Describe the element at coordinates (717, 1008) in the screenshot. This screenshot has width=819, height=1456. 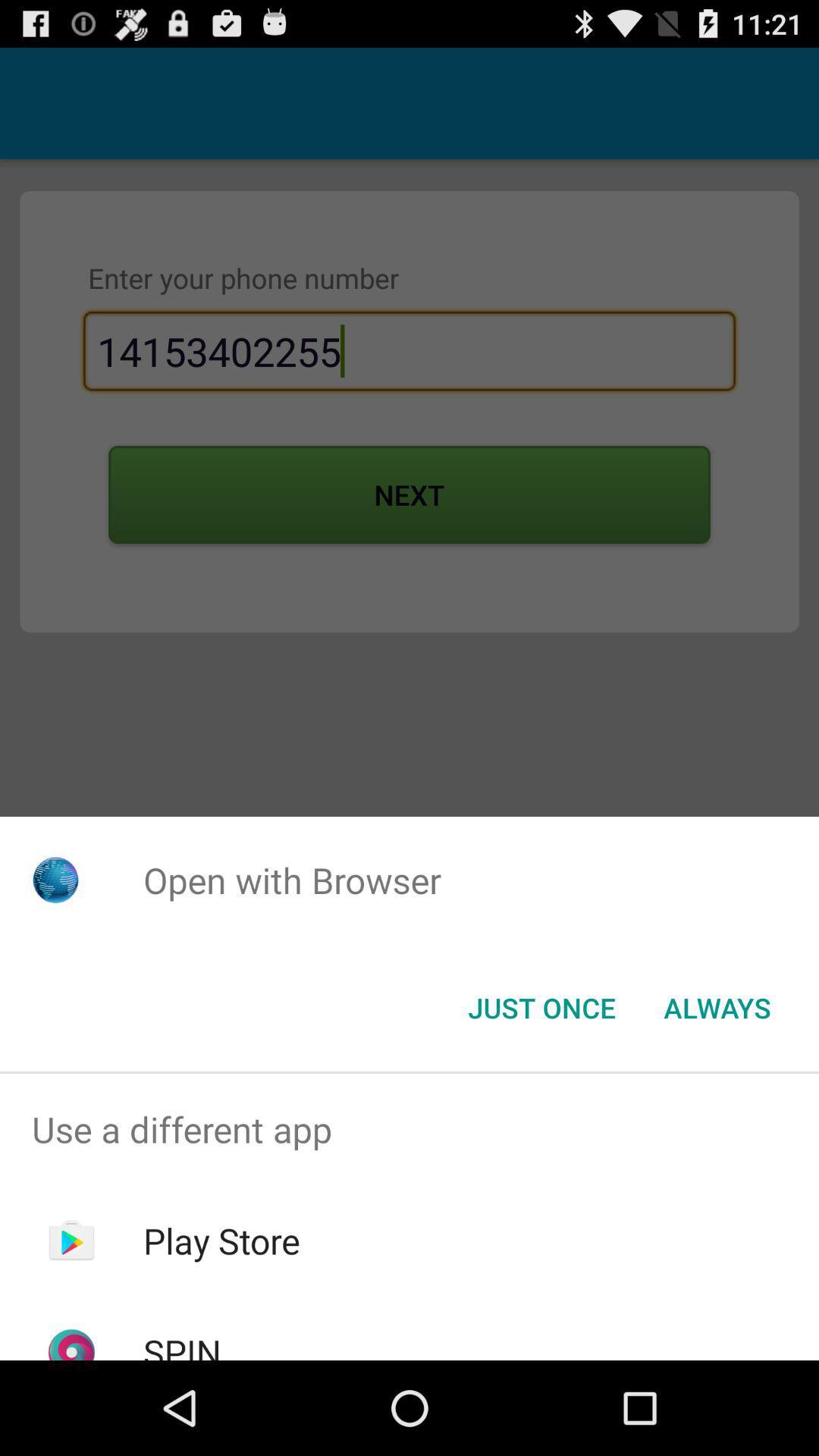
I see `item next to the just once button` at that location.